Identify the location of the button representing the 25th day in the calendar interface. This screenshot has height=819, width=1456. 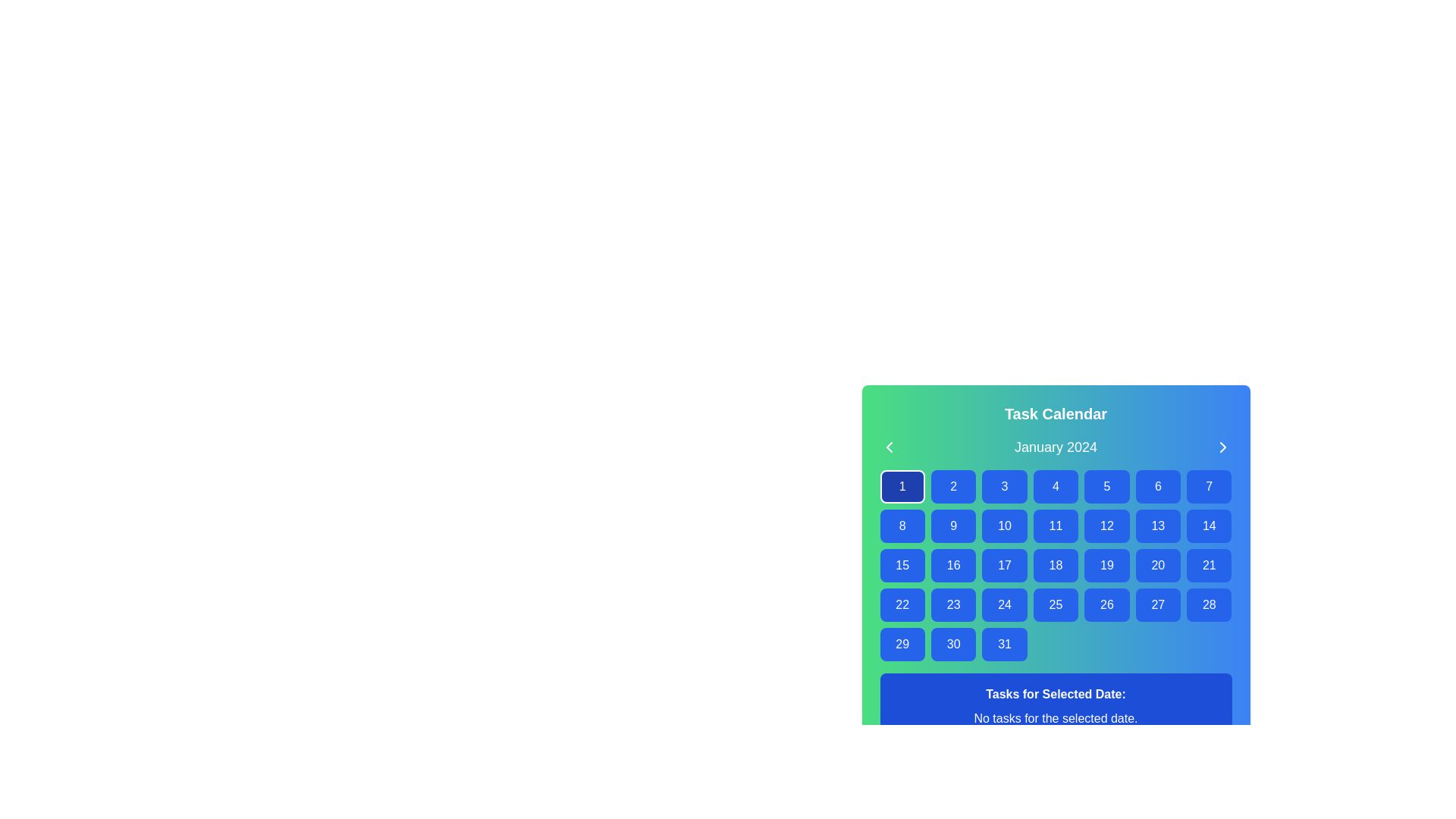
(1055, 604).